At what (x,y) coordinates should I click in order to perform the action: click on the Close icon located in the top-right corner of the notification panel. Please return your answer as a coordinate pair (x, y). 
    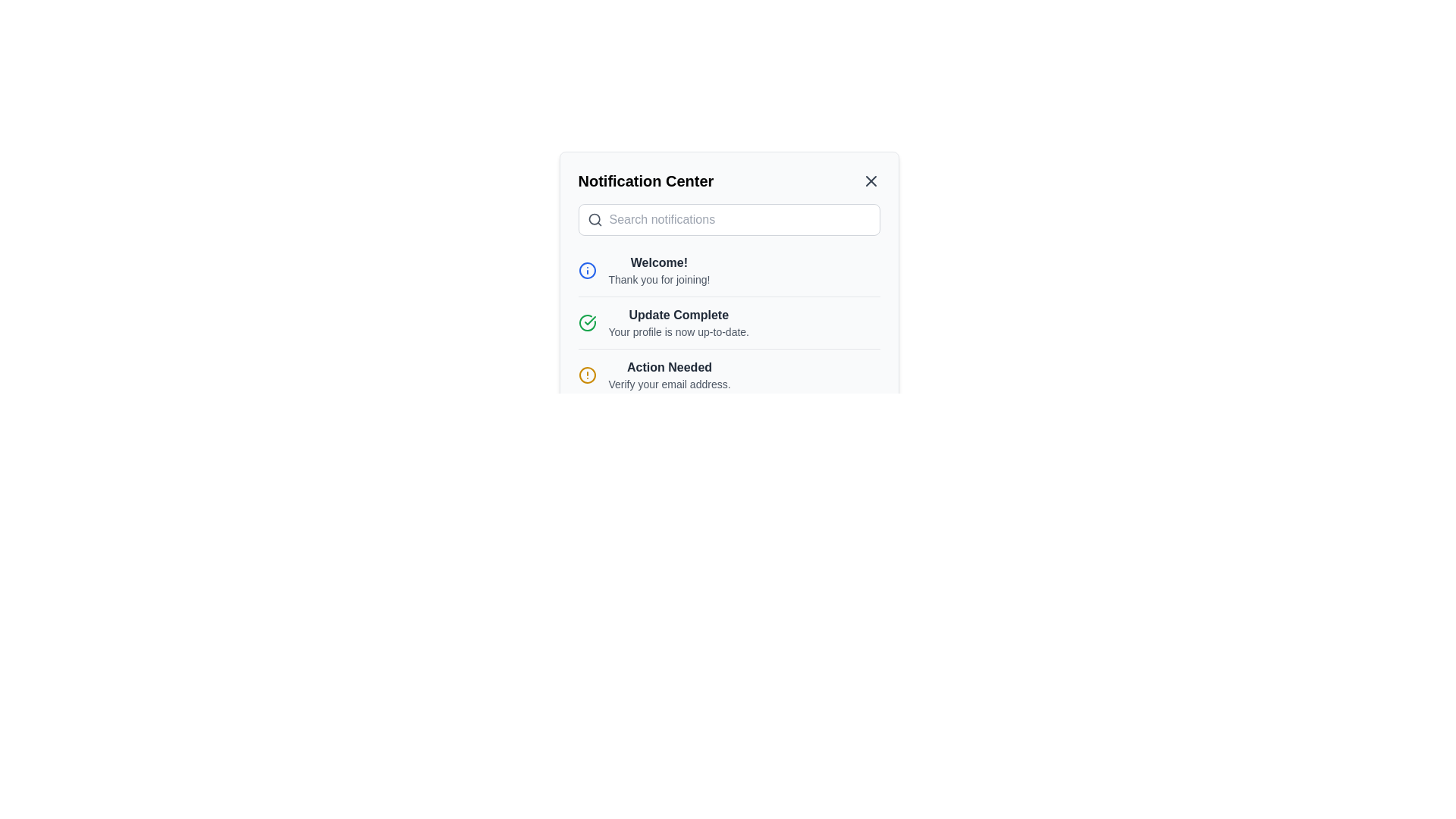
    Looking at the image, I should click on (871, 180).